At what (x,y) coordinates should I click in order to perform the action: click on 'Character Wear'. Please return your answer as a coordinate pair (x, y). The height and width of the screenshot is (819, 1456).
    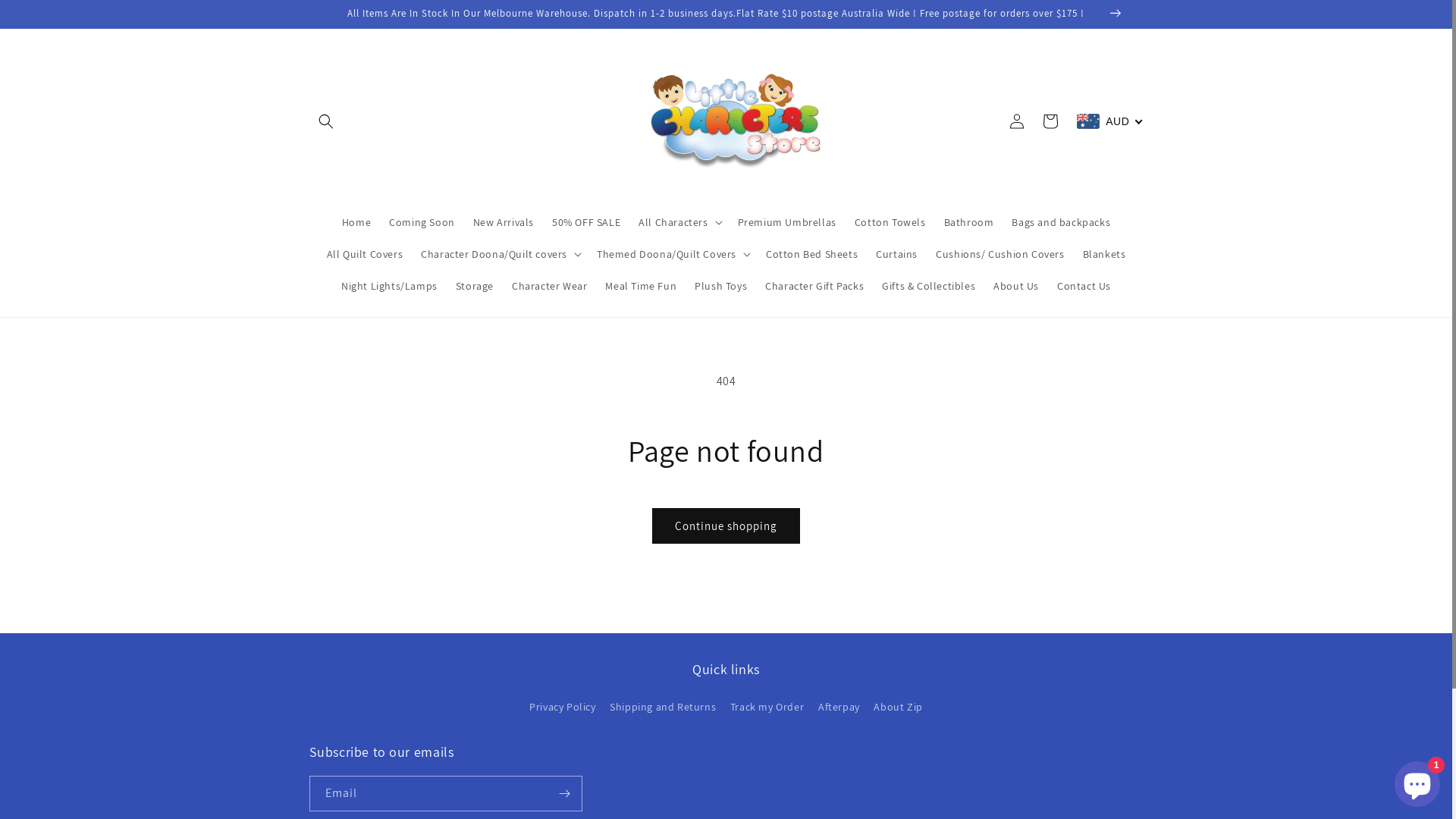
    Looking at the image, I should click on (502, 286).